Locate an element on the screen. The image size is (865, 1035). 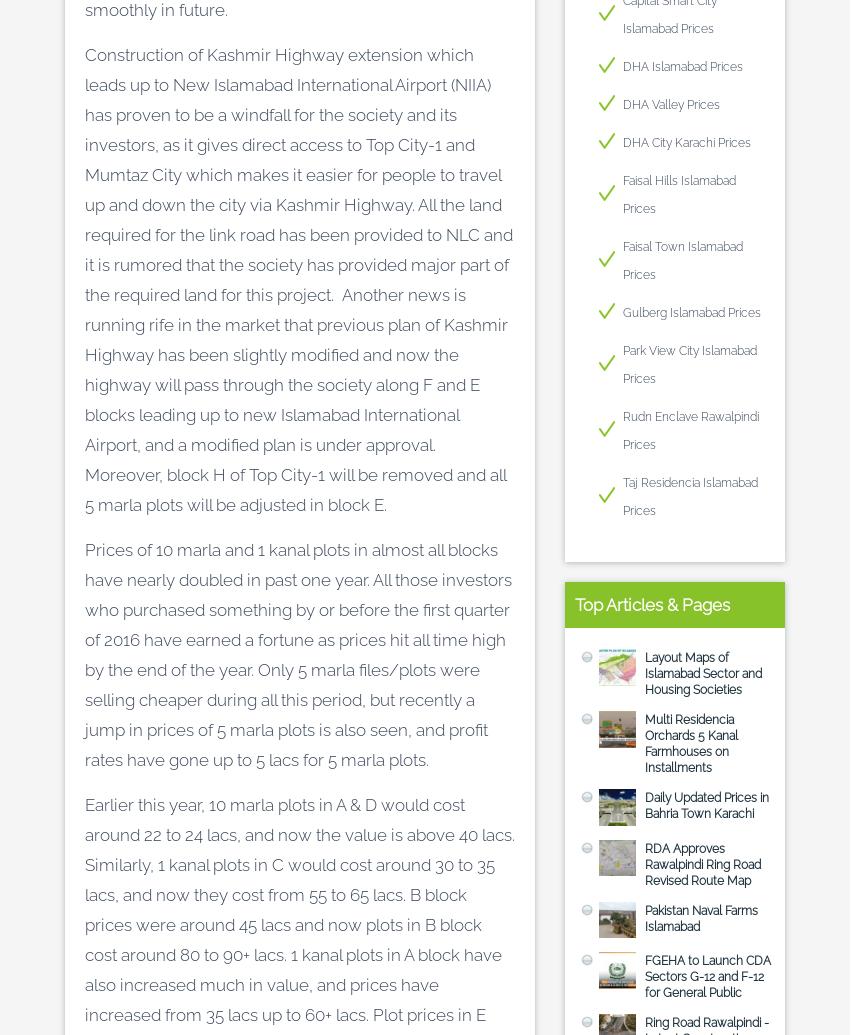
'Pakistan Naval Farms Islamabad' is located at coordinates (643, 917).